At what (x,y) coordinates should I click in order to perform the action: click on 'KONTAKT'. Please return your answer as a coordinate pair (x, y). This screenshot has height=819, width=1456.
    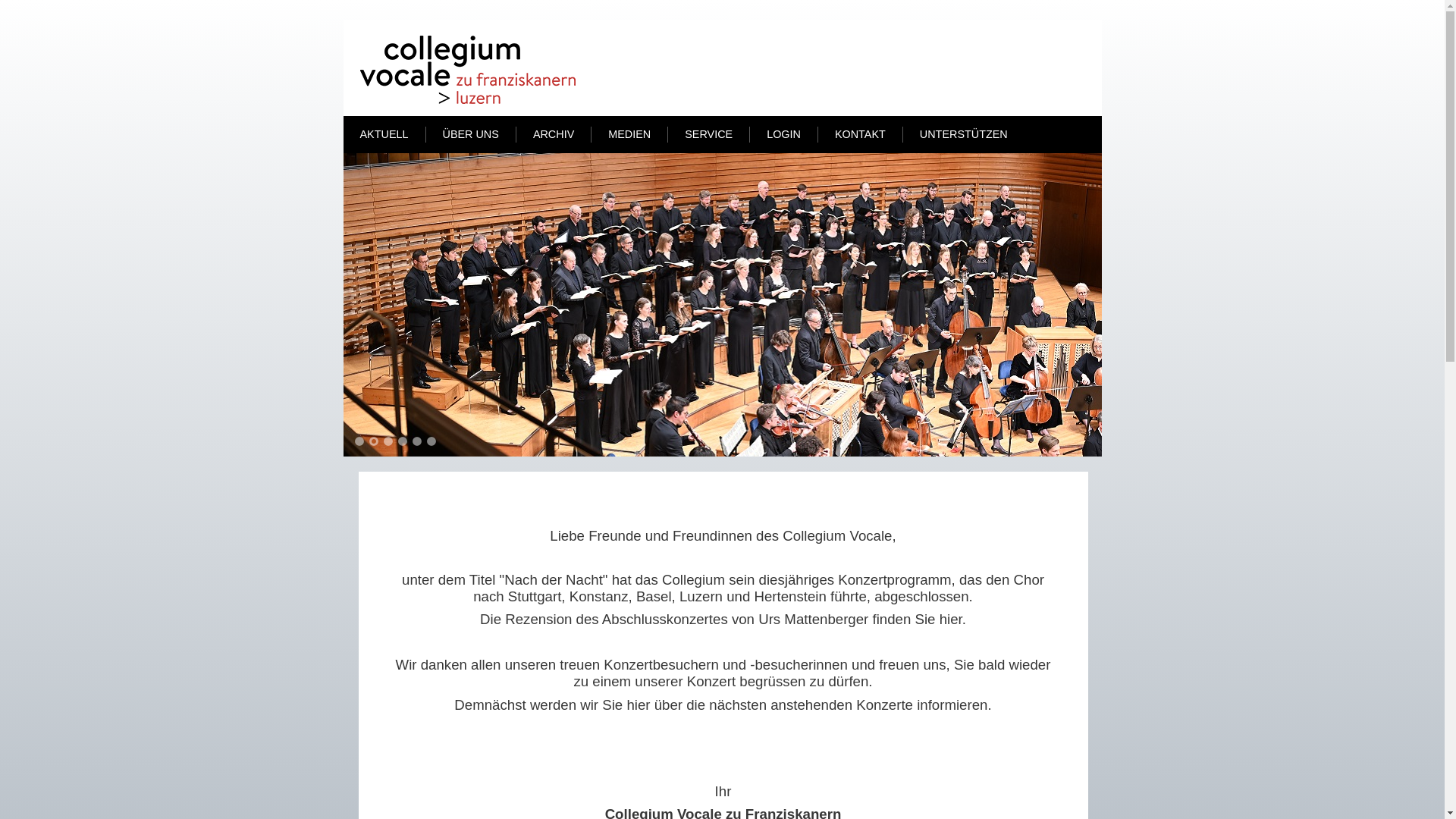
    Looking at the image, I should click on (860, 133).